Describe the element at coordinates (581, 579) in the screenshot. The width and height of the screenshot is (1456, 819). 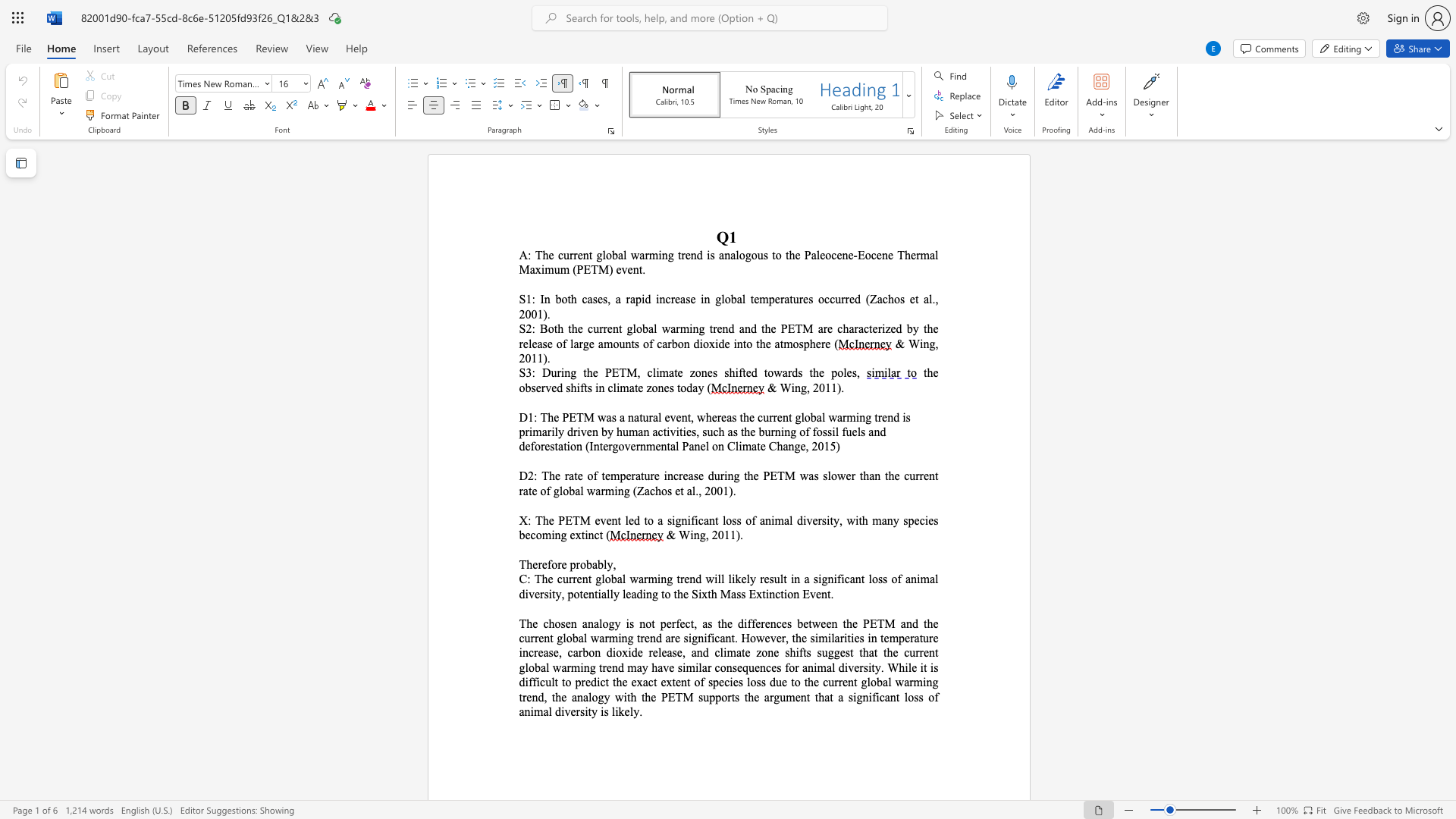
I see `the subset text "nt global w" within the text "rent global warming trend will"` at that location.